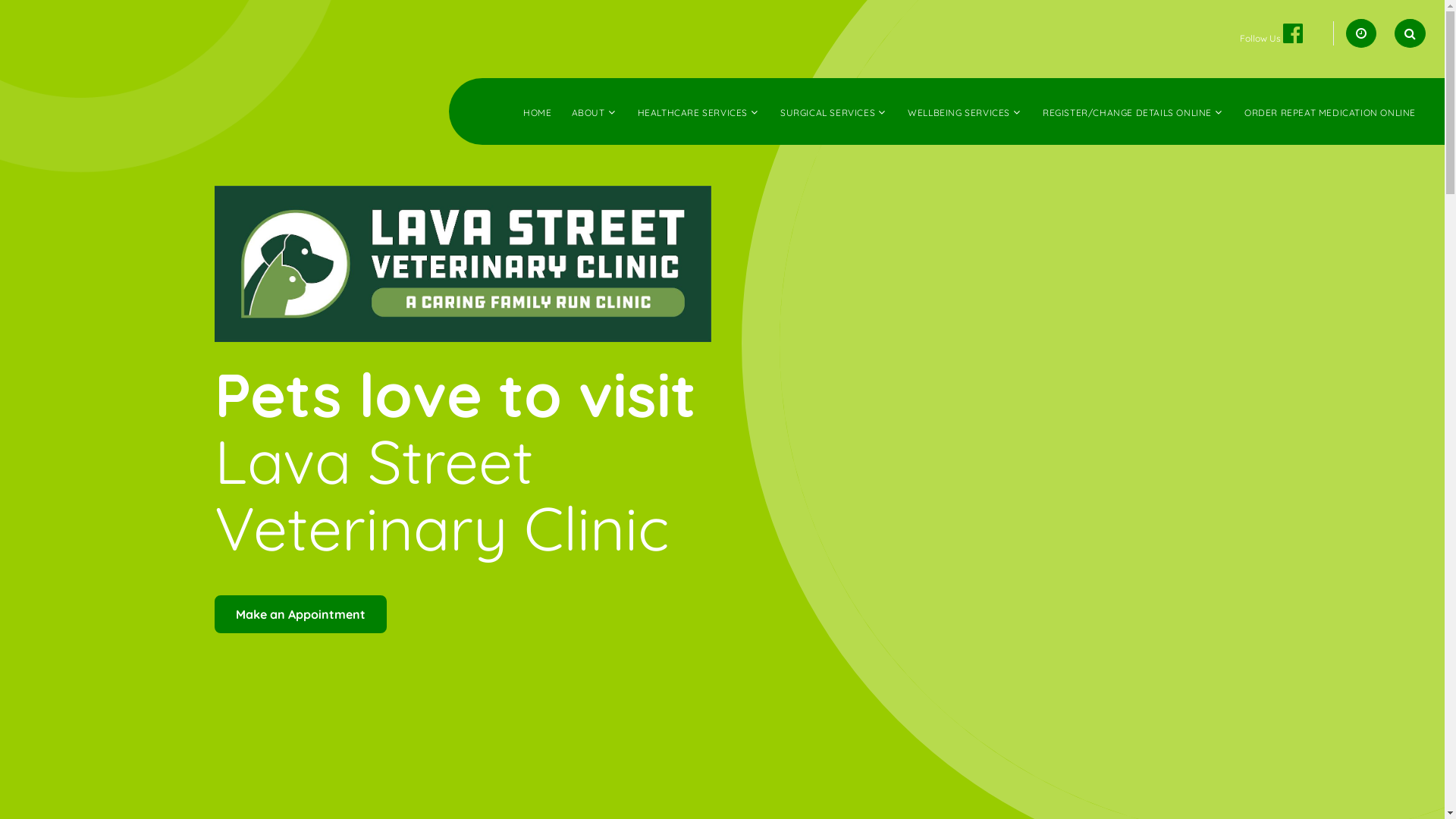 The image size is (1456, 819). I want to click on 'ORDER REPEAT MEDICATION ONLINE', so click(1329, 111).